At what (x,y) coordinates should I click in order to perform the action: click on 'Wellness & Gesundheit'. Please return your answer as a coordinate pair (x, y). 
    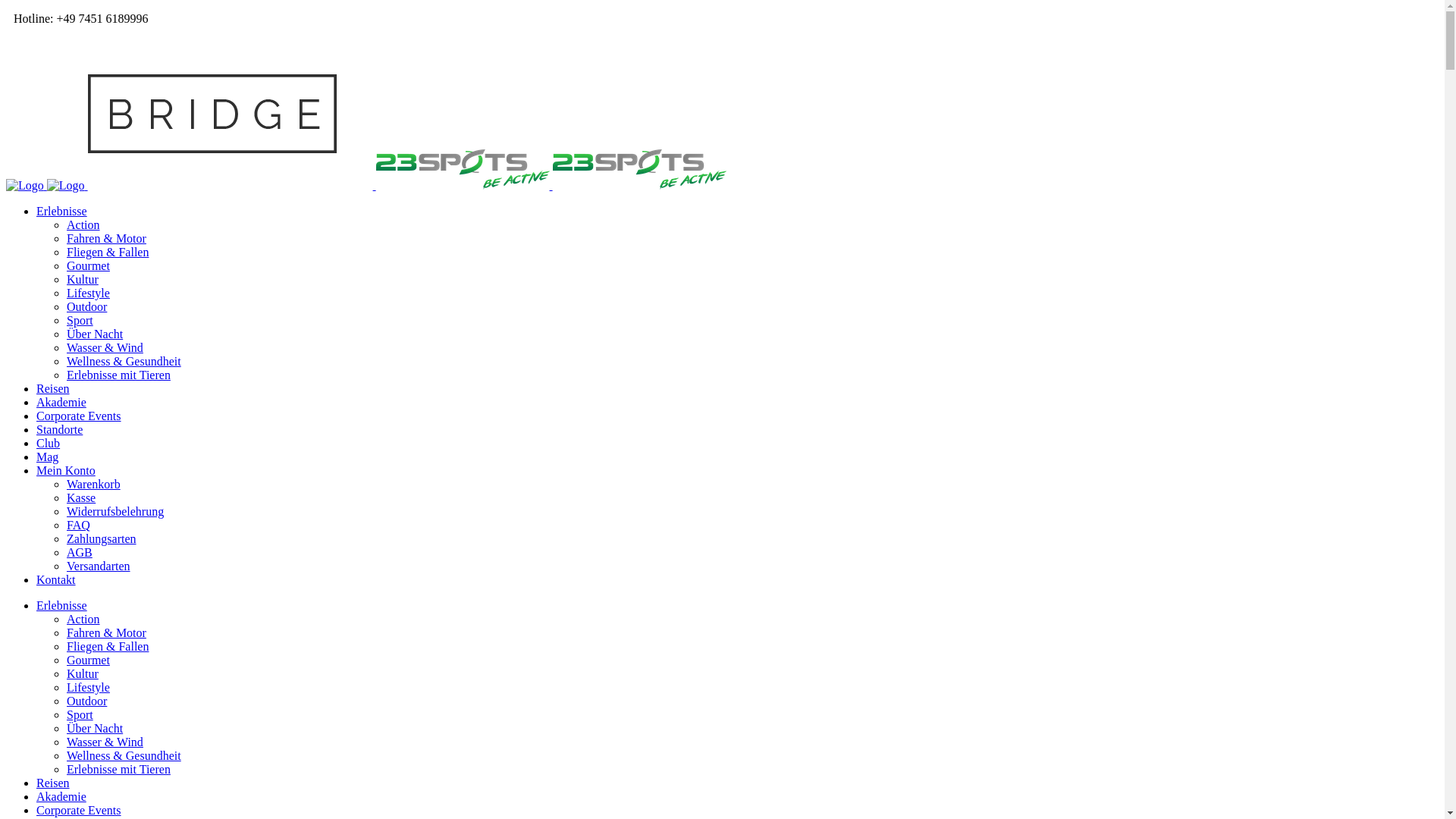
    Looking at the image, I should click on (124, 755).